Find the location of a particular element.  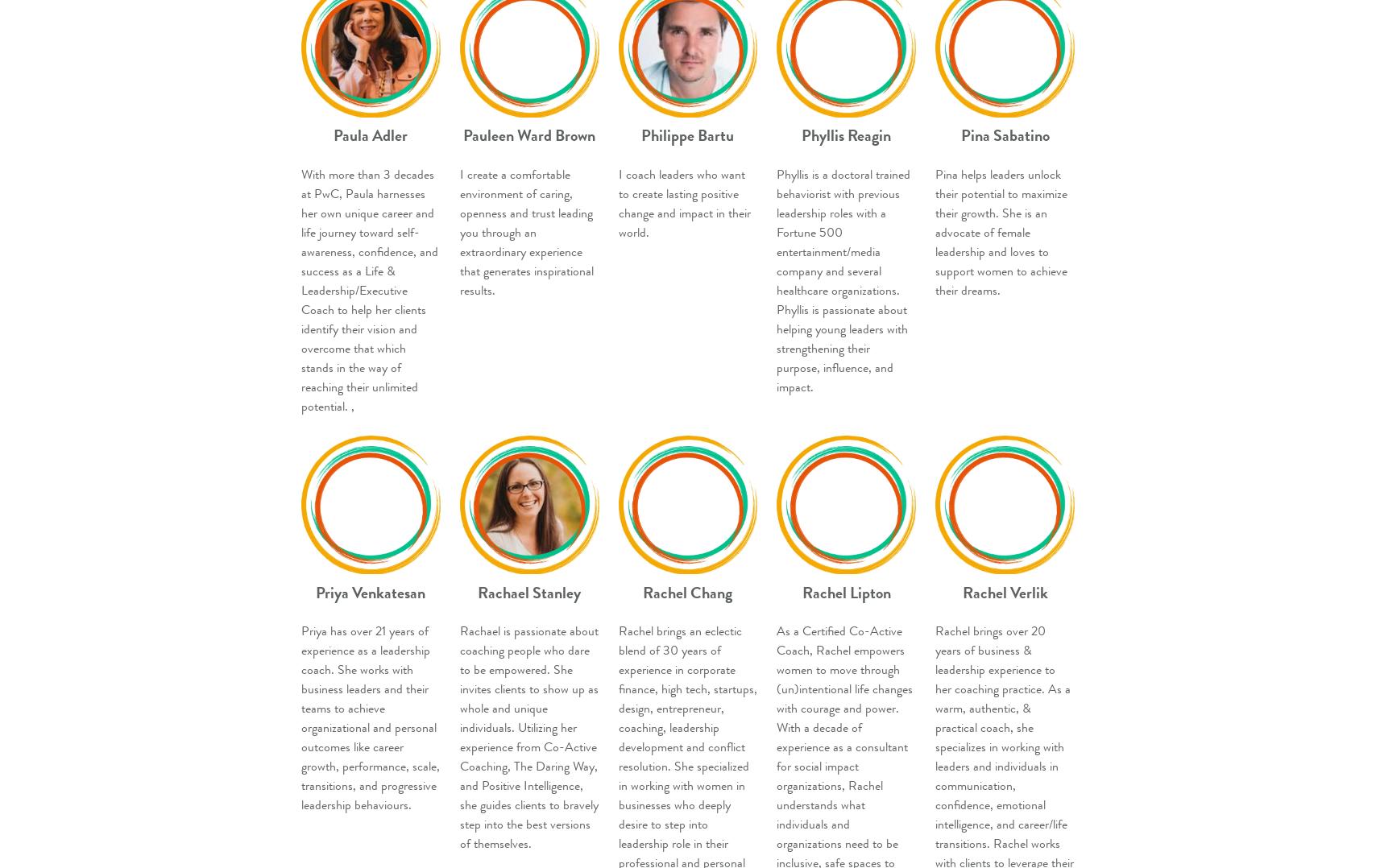

'I coach leaders who want to create lasting positive change and impact in their world.' is located at coordinates (684, 202).